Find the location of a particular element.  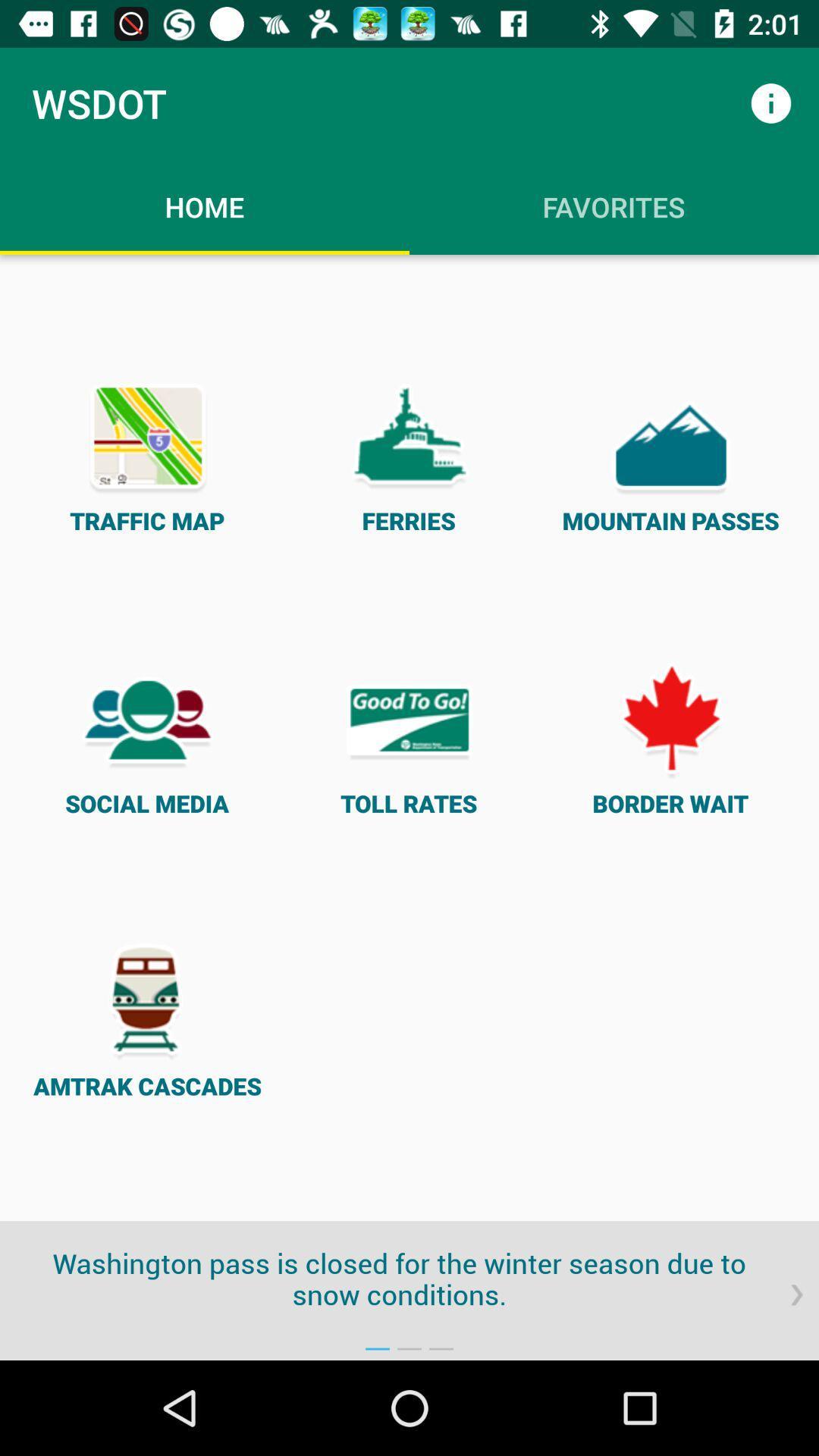

ferries item is located at coordinates (408, 454).